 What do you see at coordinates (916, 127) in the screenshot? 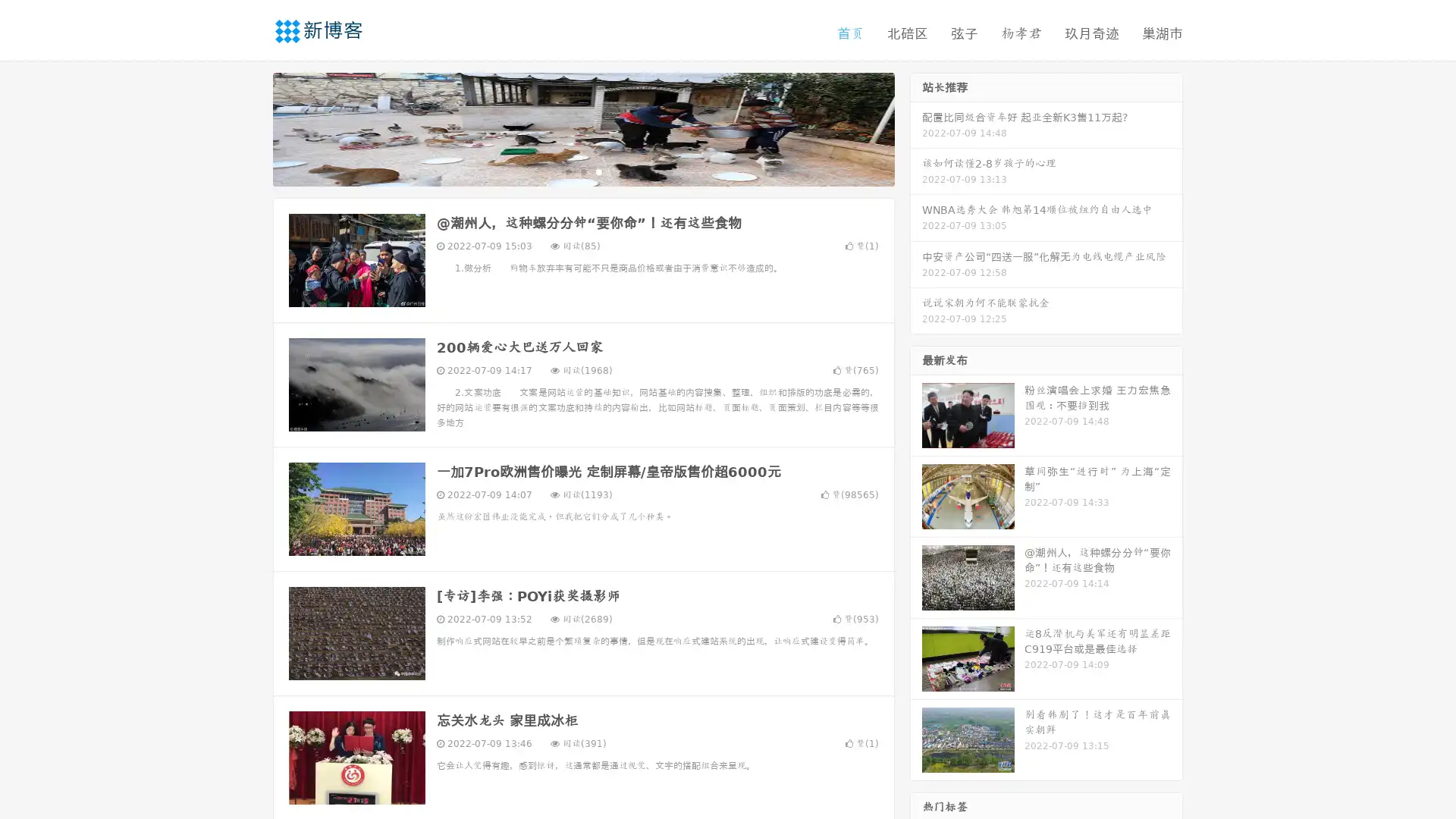
I see `Next slide` at bounding box center [916, 127].